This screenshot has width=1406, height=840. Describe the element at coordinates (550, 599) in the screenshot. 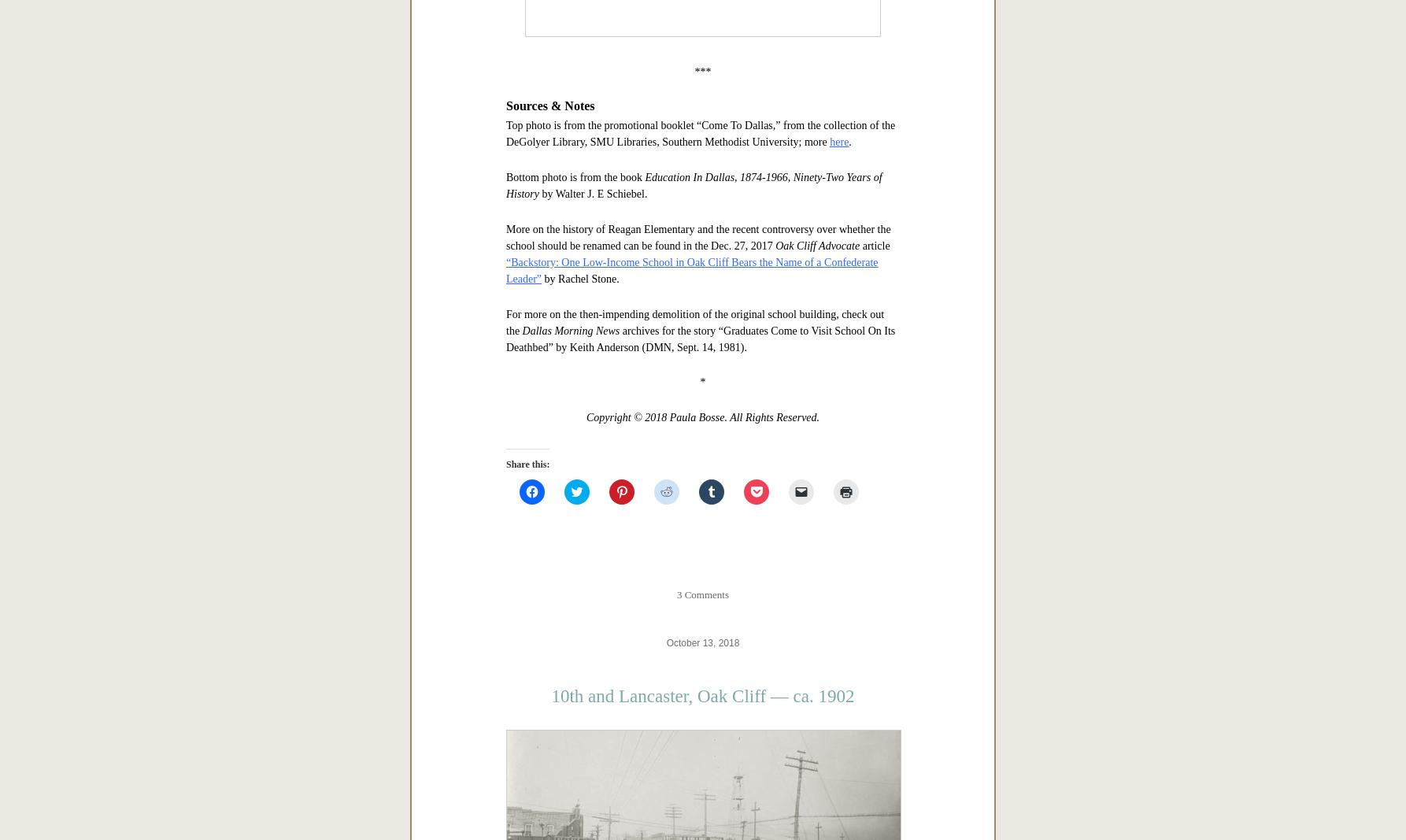

I see `'Sources & Notes'` at that location.